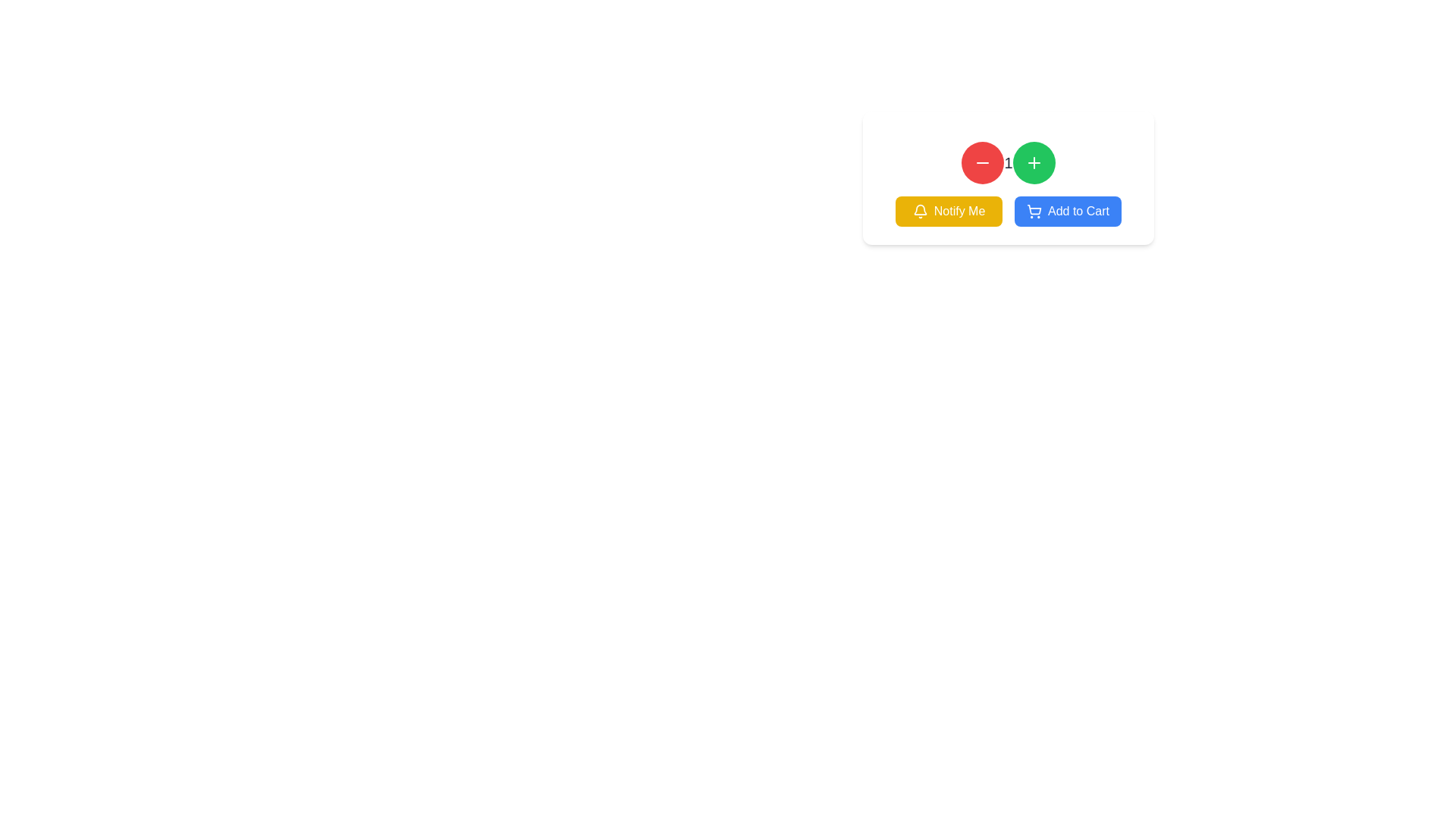 The image size is (1456, 819). Describe the element at coordinates (1033, 163) in the screenshot. I see `the green circular button with a white plus sign located in the top-right region of the main view` at that location.